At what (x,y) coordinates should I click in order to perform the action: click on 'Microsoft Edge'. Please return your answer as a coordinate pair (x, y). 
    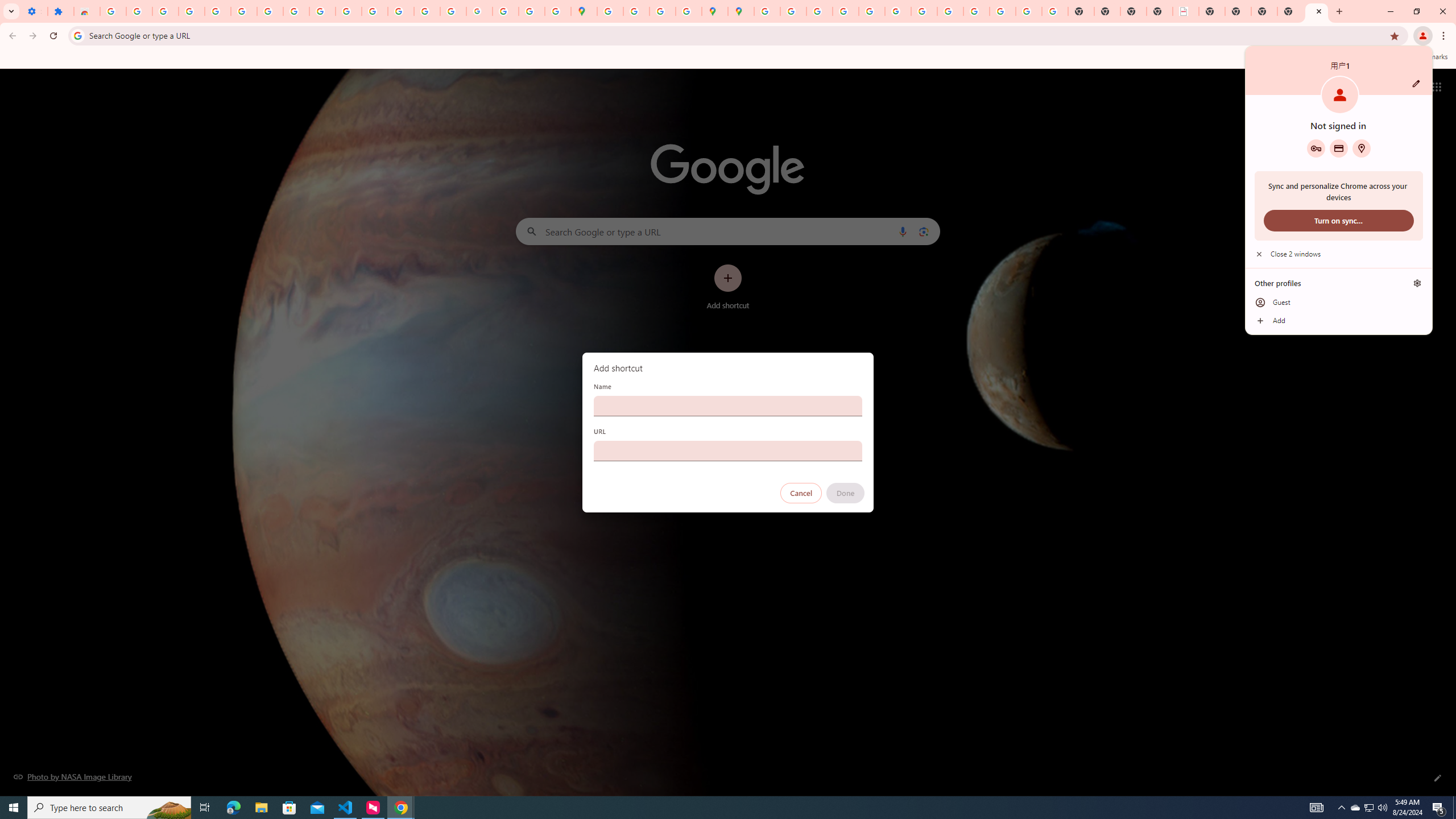
    Looking at the image, I should click on (233, 806).